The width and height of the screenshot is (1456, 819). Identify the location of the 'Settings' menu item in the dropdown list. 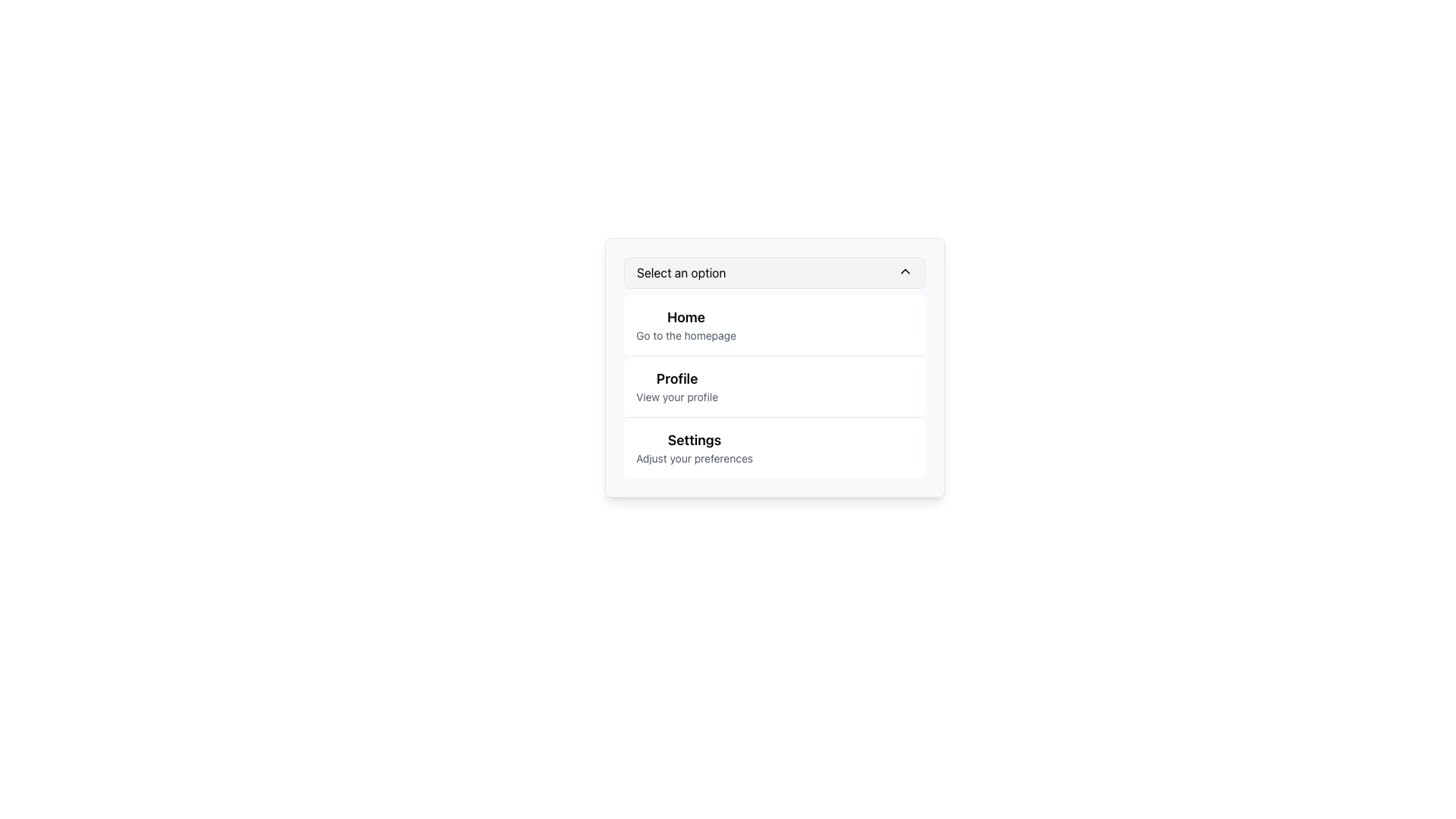
(775, 447).